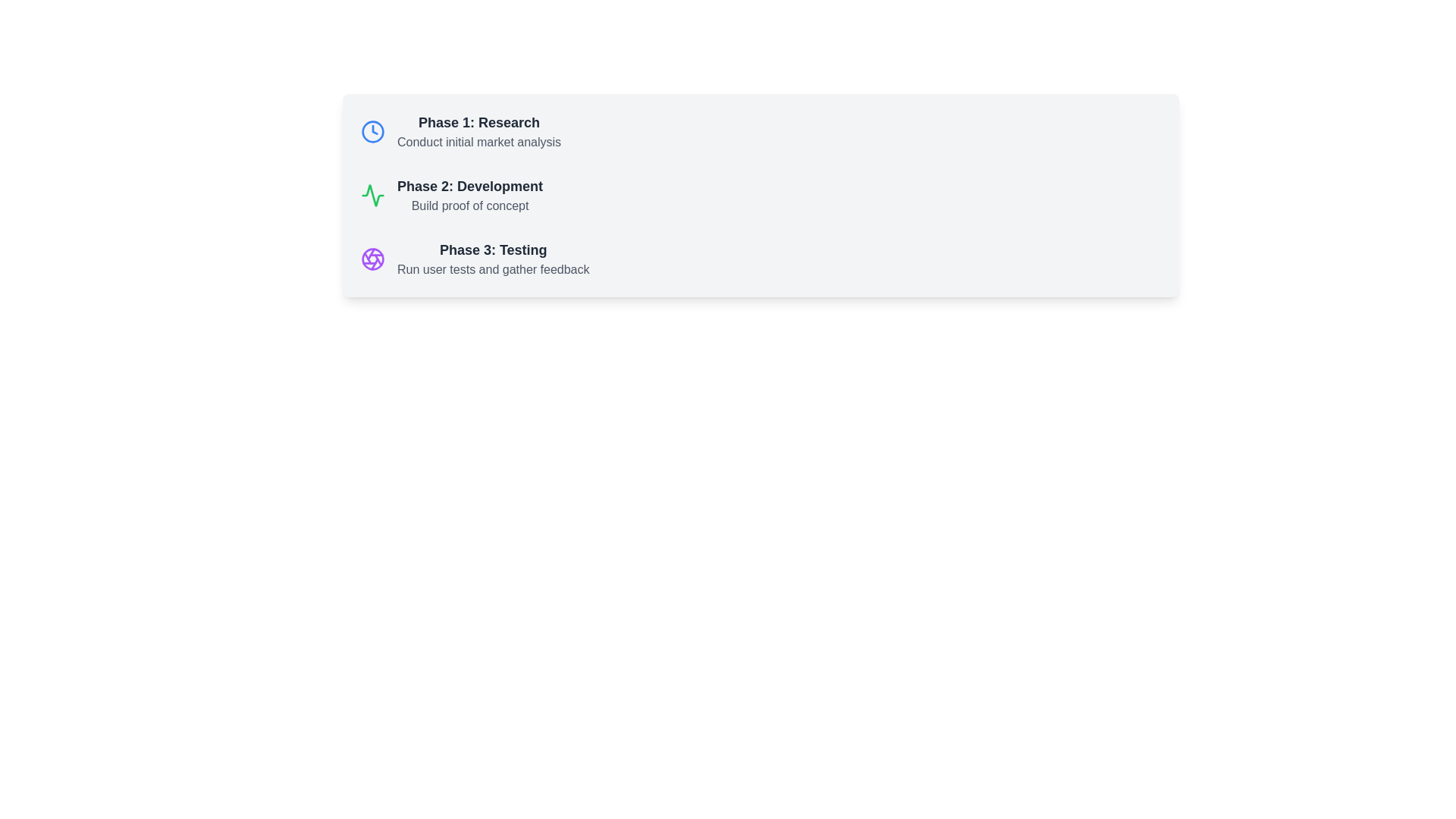 The height and width of the screenshot is (819, 1456). Describe the element at coordinates (372, 195) in the screenshot. I see `the Vector icon representing 'Phase 2: Development', which visually indicates the concept of activity or progress` at that location.